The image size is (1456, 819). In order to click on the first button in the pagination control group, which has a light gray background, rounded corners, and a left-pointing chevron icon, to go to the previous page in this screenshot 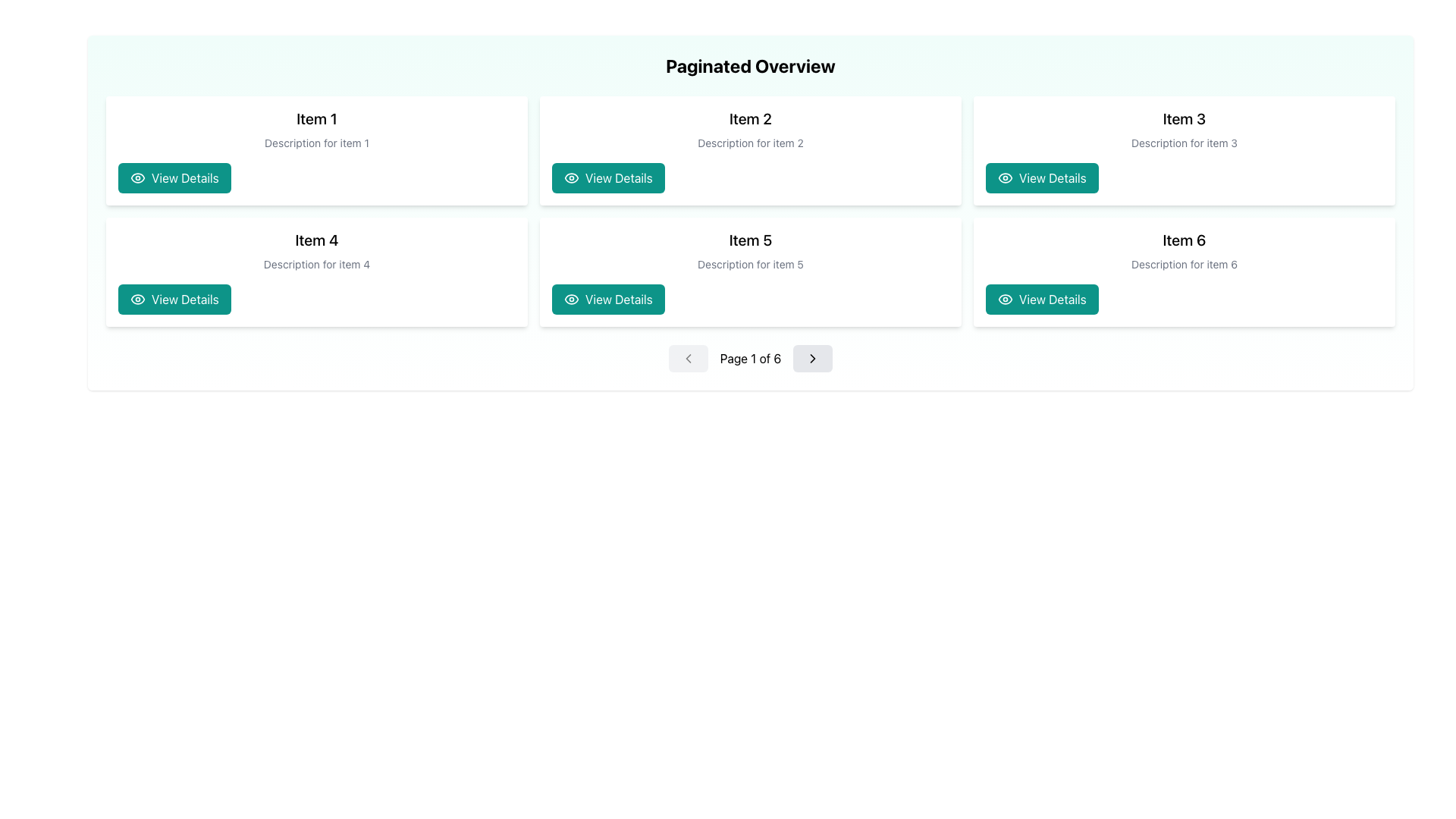, I will do `click(687, 359)`.